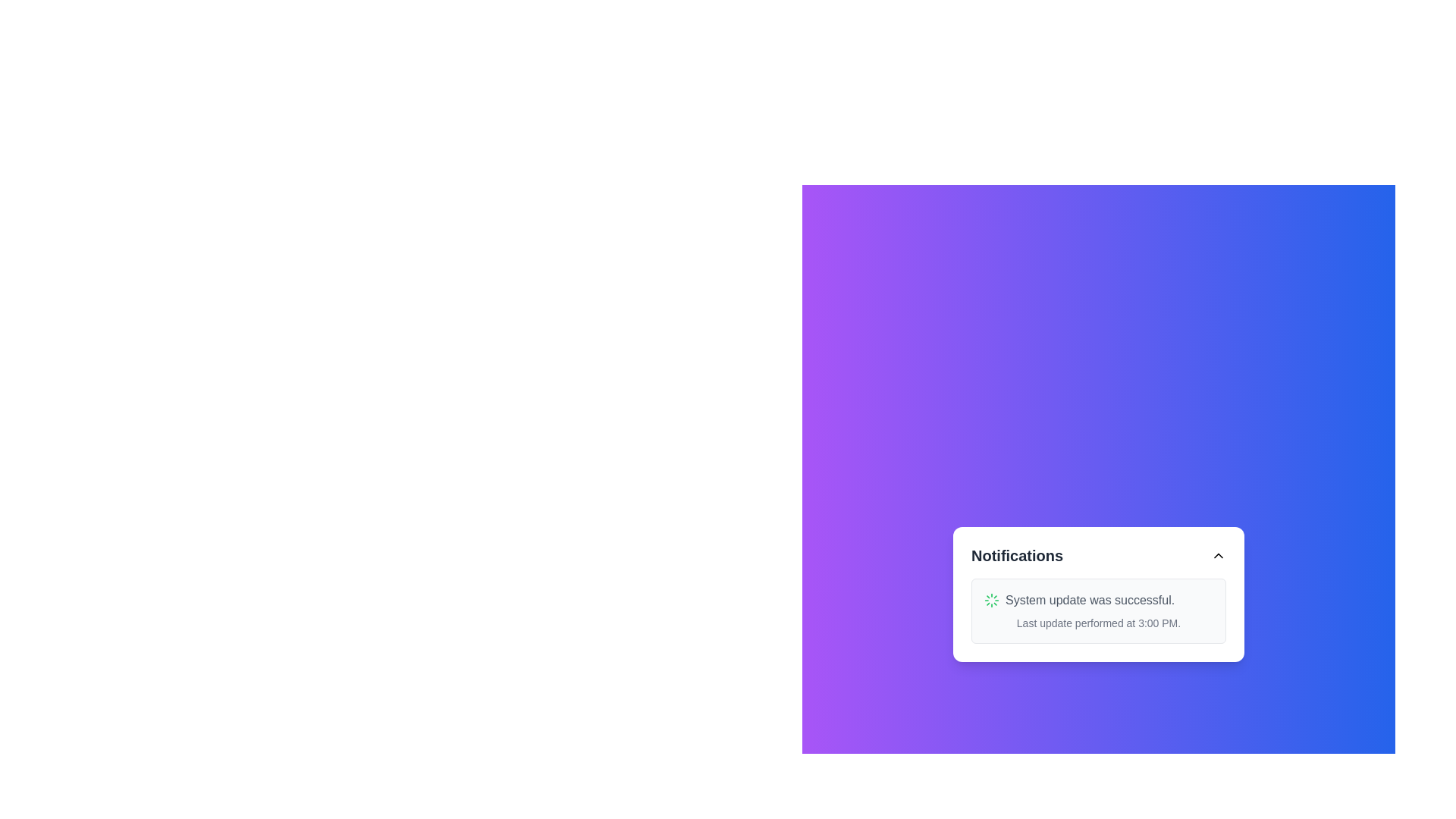  What do you see at coordinates (1017, 555) in the screenshot?
I see `the heading text element located at the top-left of the notification card, which serves as the title for the displayed information` at bounding box center [1017, 555].